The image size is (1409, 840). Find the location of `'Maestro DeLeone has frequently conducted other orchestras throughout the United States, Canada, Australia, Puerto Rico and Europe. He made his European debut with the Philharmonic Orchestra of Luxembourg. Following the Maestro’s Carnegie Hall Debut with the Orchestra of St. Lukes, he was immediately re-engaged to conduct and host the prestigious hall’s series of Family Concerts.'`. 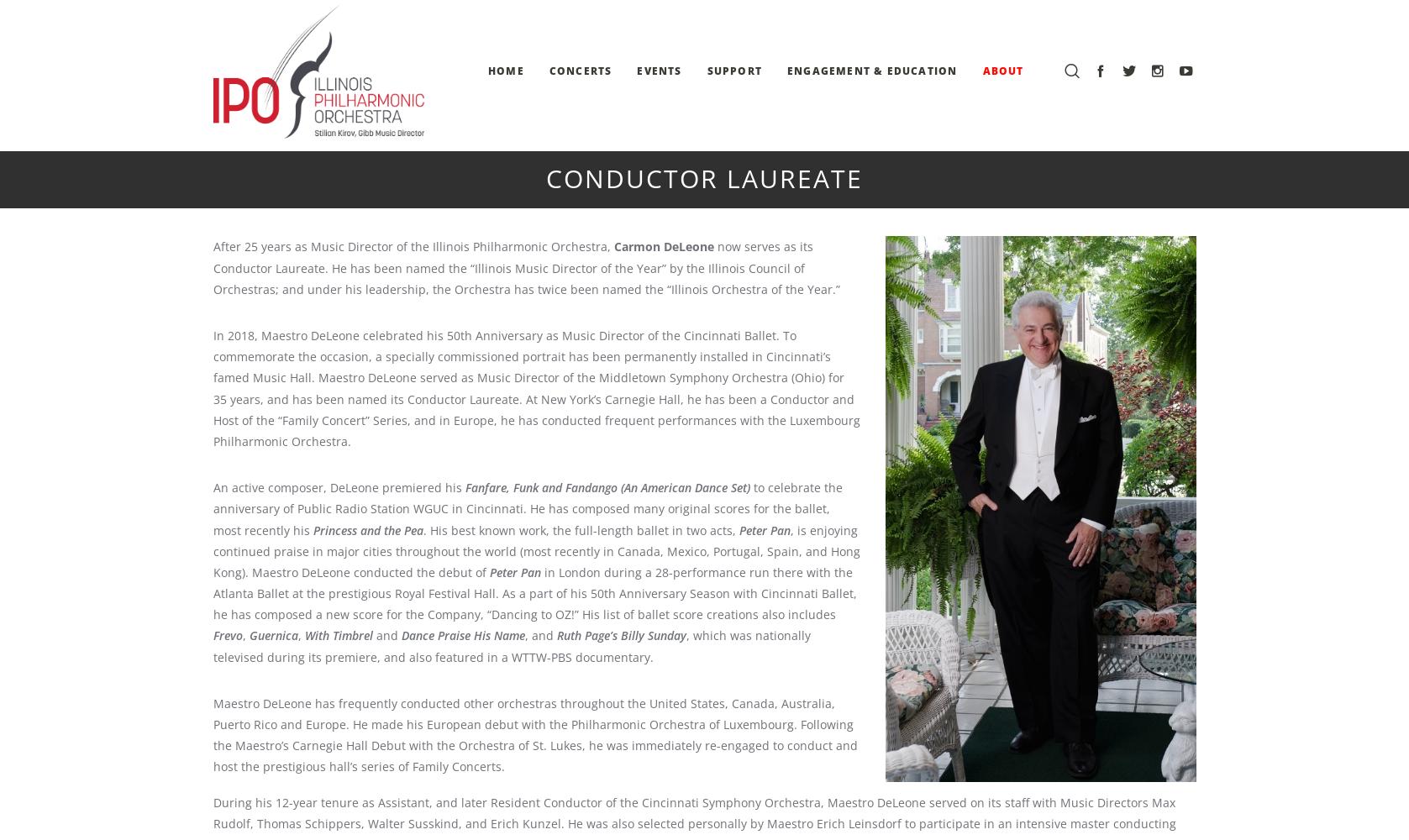

'Maestro DeLeone has frequently conducted other orchestras throughout the United States, Canada, Australia, Puerto Rico and Europe. He made his European debut with the Philharmonic Orchestra of Luxembourg. Following the Maestro’s Carnegie Hall Debut with the Orchestra of St. Lukes, he was immediately re-engaged to conduct and host the prestigious hall’s series of Family Concerts.' is located at coordinates (534, 733).